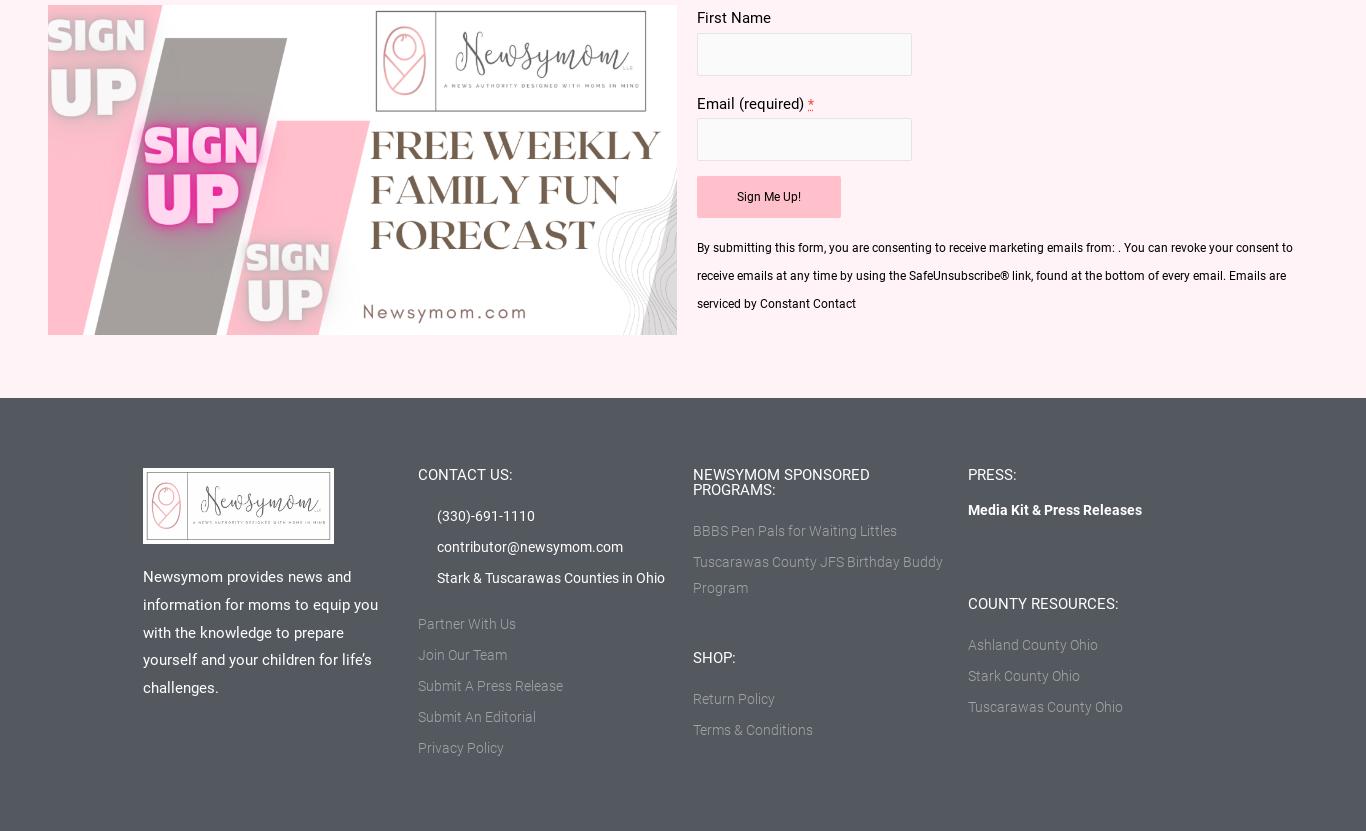 Image resolution: width=1366 pixels, height=831 pixels. What do you see at coordinates (486, 513) in the screenshot?
I see `'(330)-691-1110'` at bounding box center [486, 513].